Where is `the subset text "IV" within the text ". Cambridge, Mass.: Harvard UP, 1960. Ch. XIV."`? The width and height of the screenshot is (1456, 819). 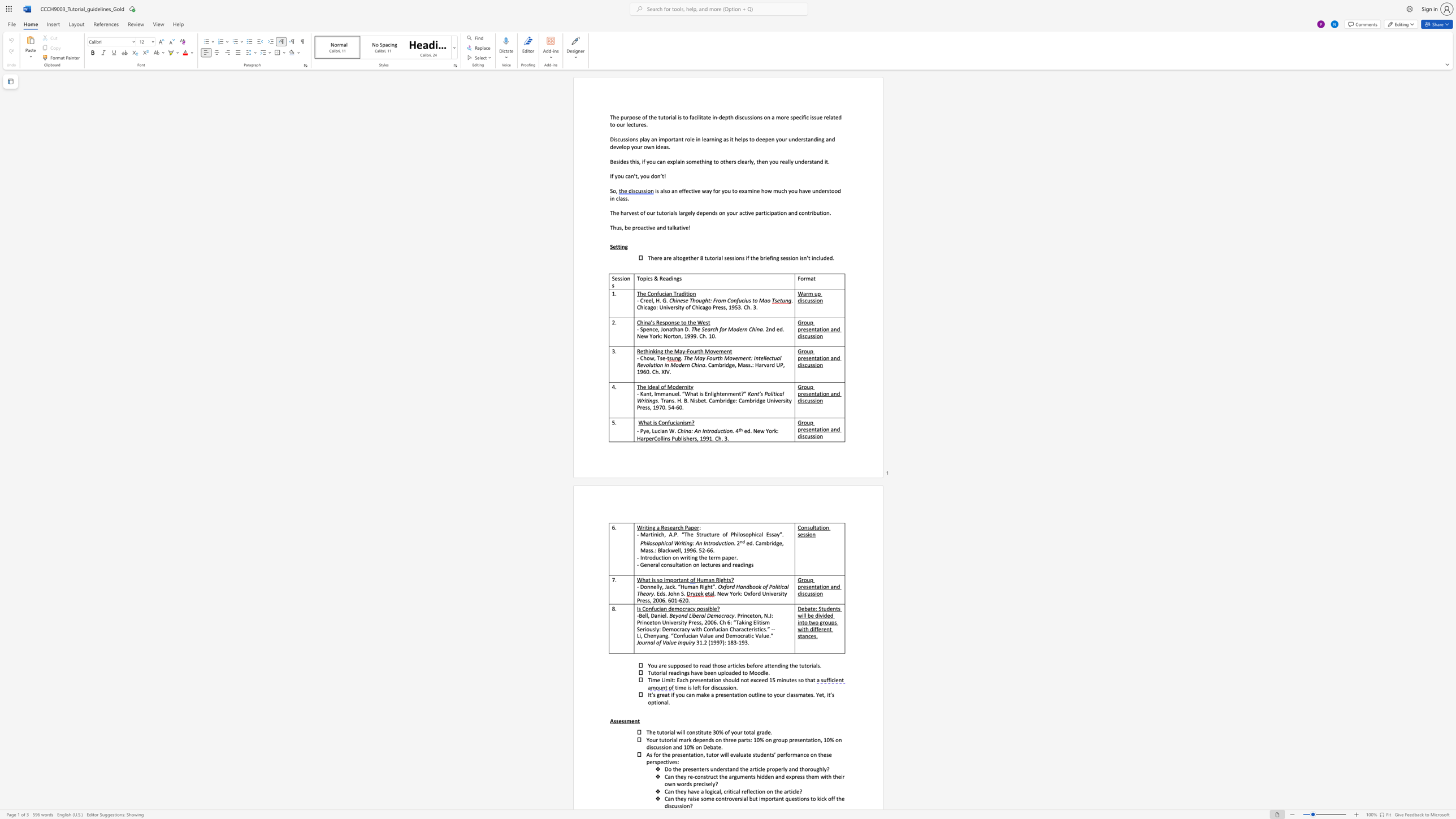 the subset text "IV" within the text ". Cambridge, Mass.: Harvard UP, 1960. Ch. XIV." is located at coordinates (664, 371).